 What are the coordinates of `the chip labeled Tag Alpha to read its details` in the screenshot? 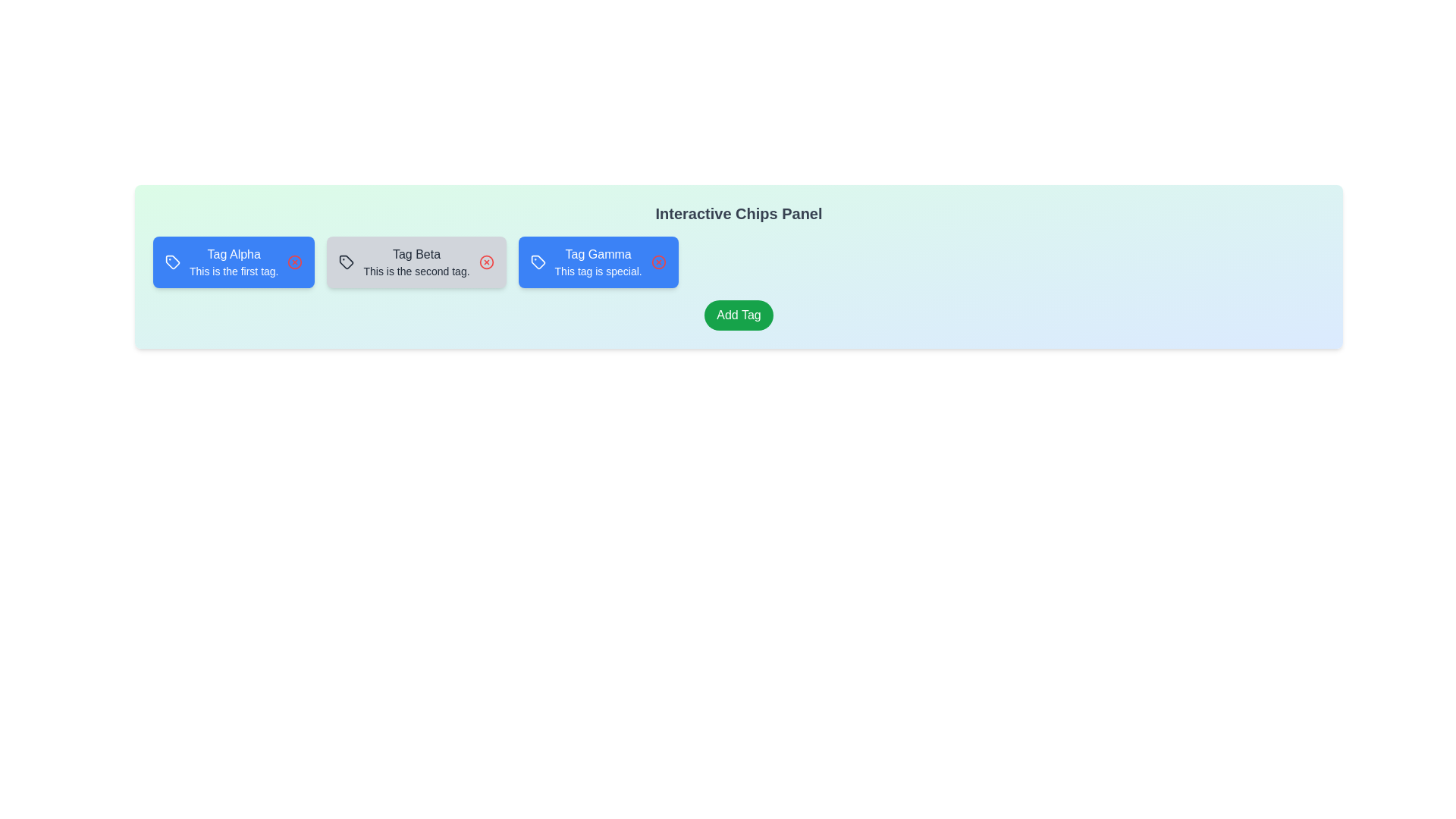 It's located at (232, 262).